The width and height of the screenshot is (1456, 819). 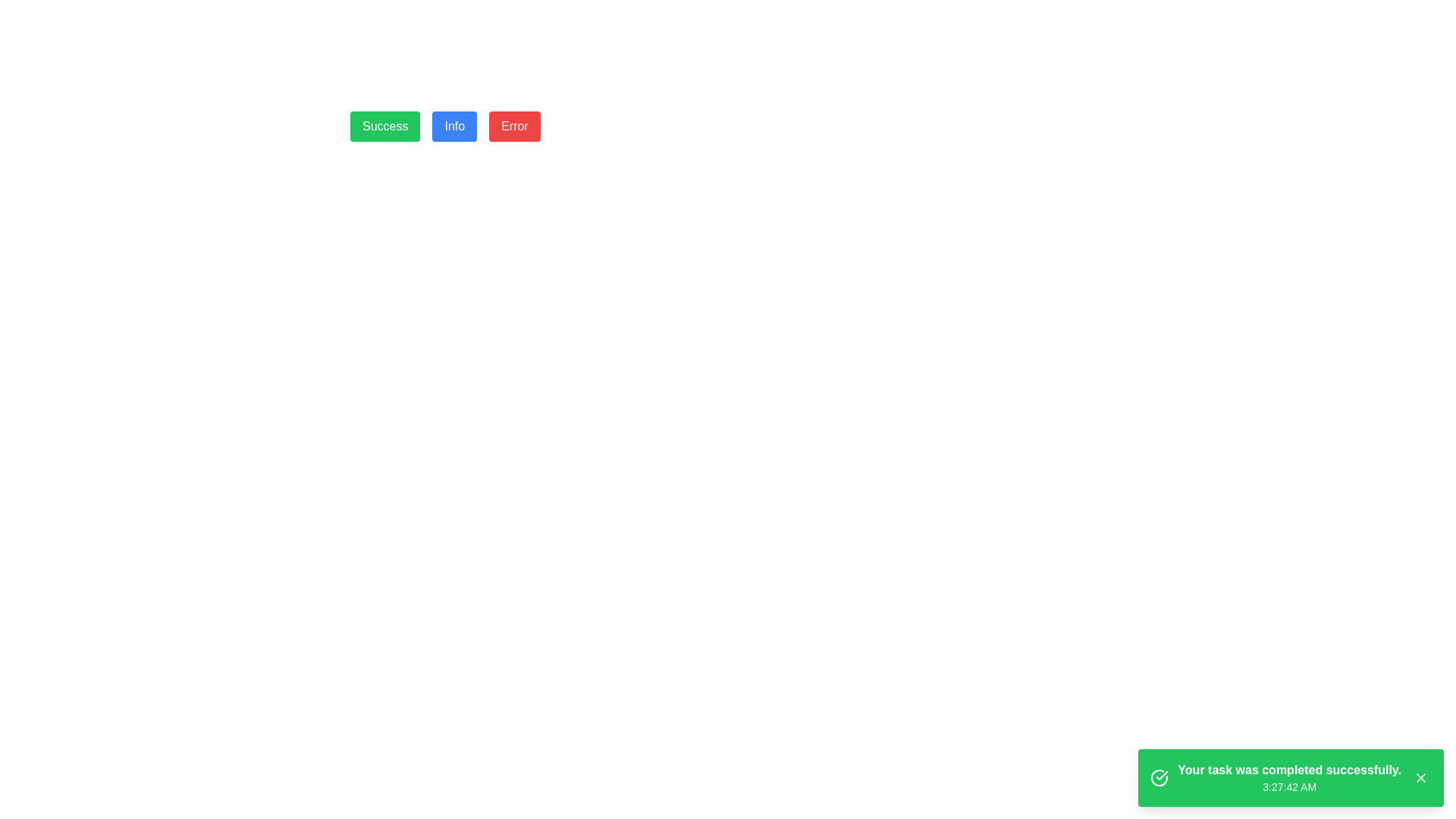 I want to click on the compact, square-shaped button with an 'X' icon located in the bottom-right corner of the green notification box, so click(x=1420, y=778).